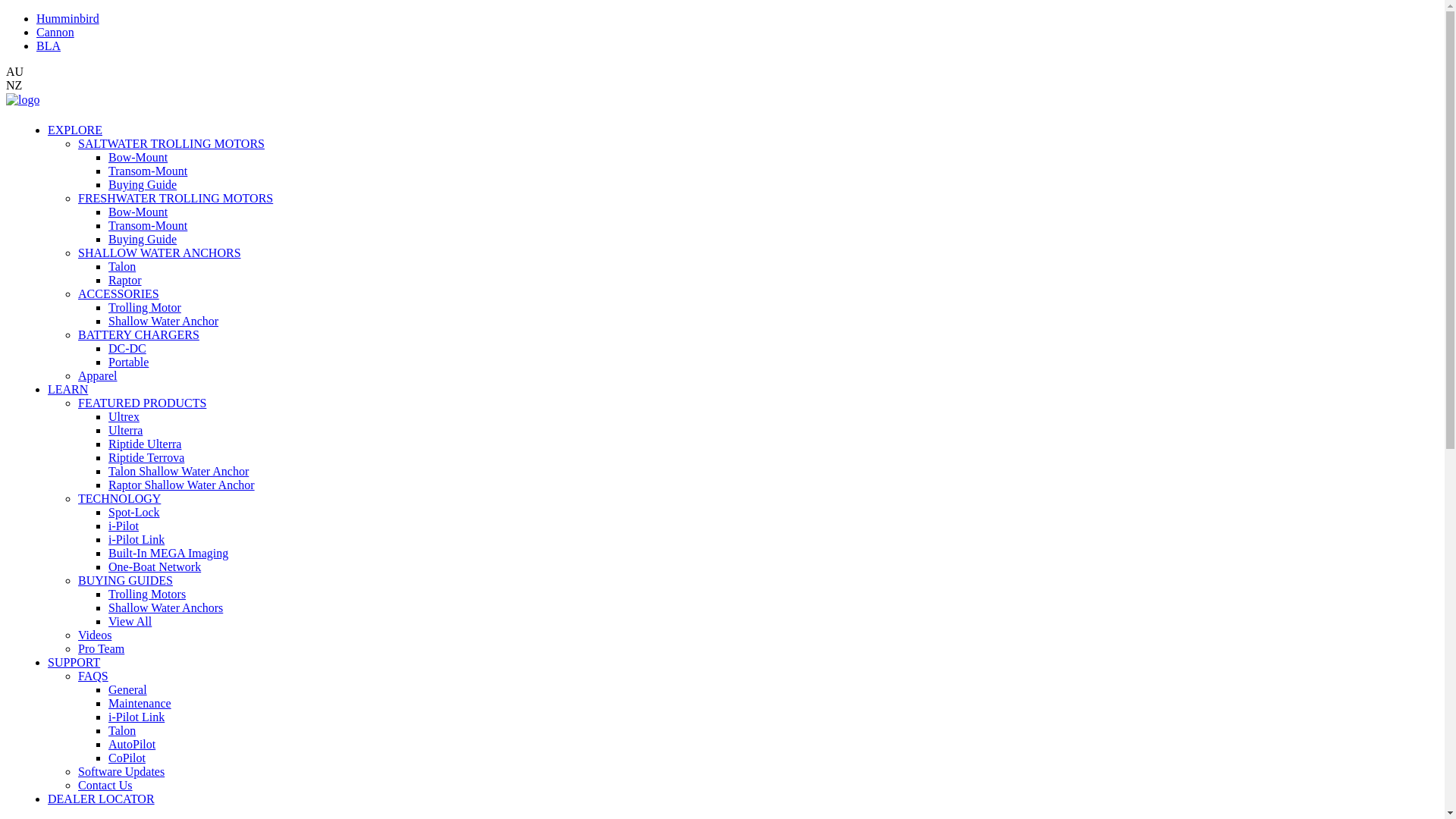  What do you see at coordinates (142, 239) in the screenshot?
I see `'Buying Guide'` at bounding box center [142, 239].